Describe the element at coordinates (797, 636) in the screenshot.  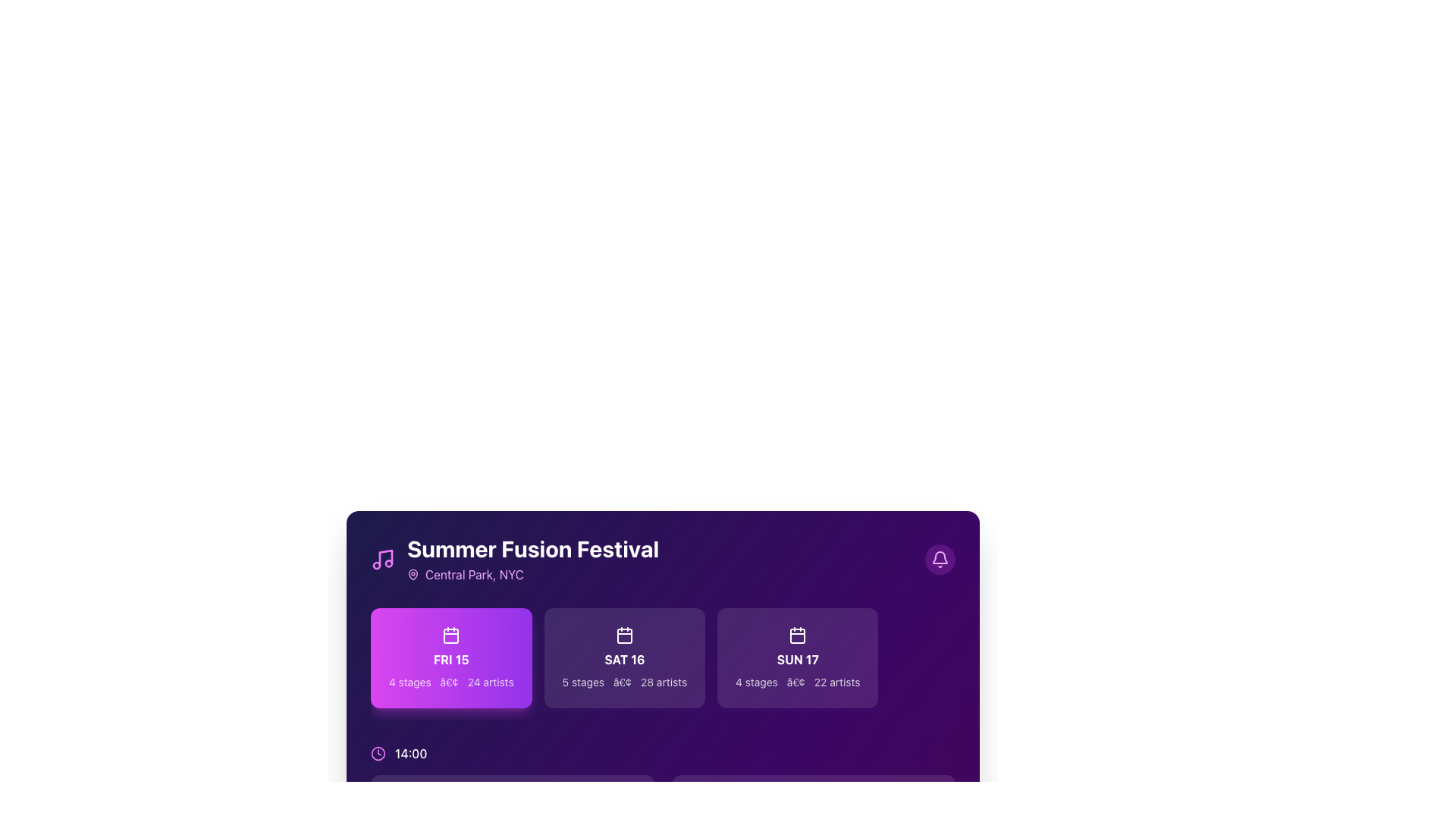
I see `the calendar icon located within the 'SUN 17' box, which features a square with rounded corners and a small calendar graphic, set against a purple background` at that location.